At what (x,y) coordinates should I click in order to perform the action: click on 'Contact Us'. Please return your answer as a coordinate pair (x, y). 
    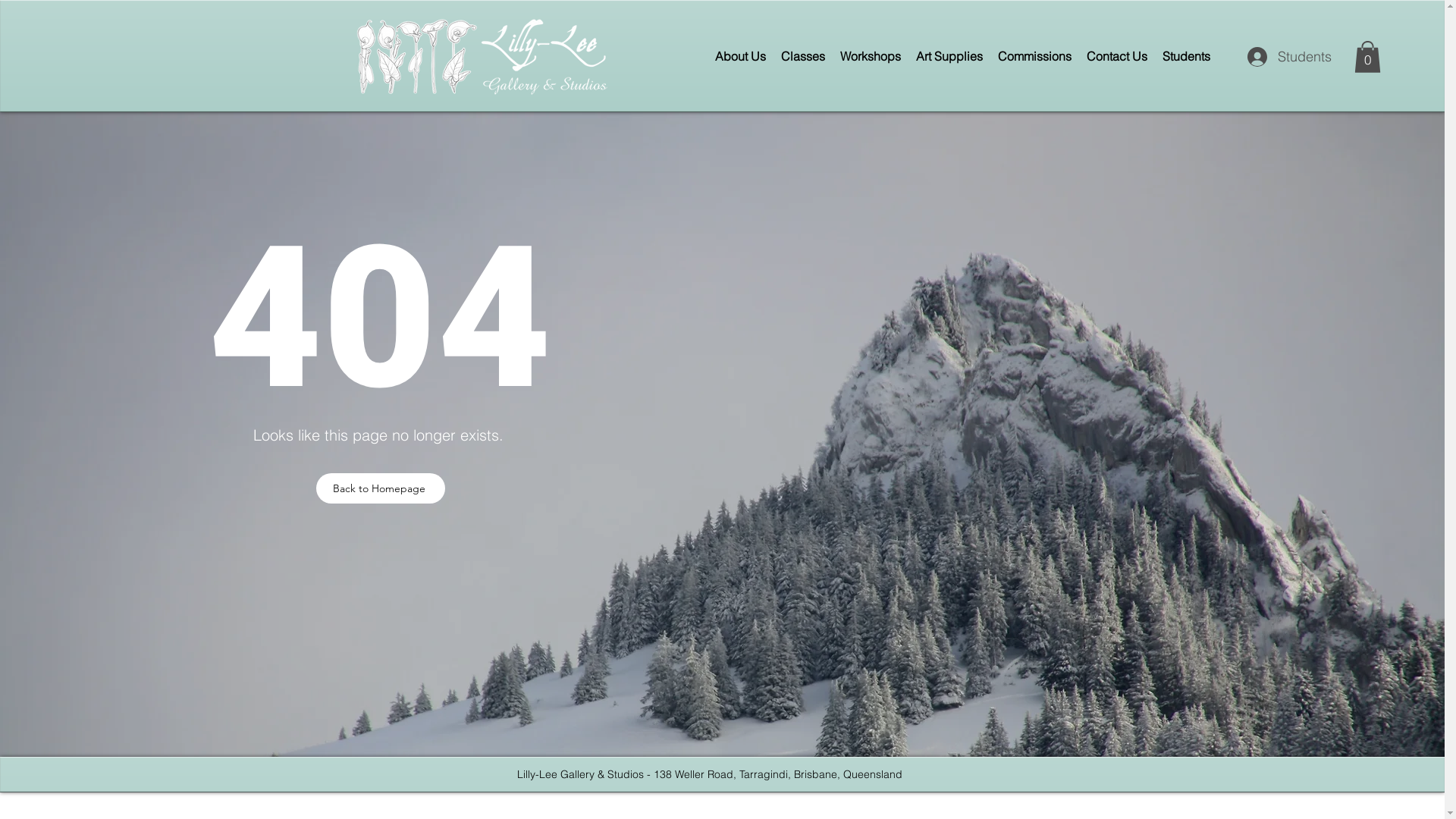
    Looking at the image, I should click on (1117, 55).